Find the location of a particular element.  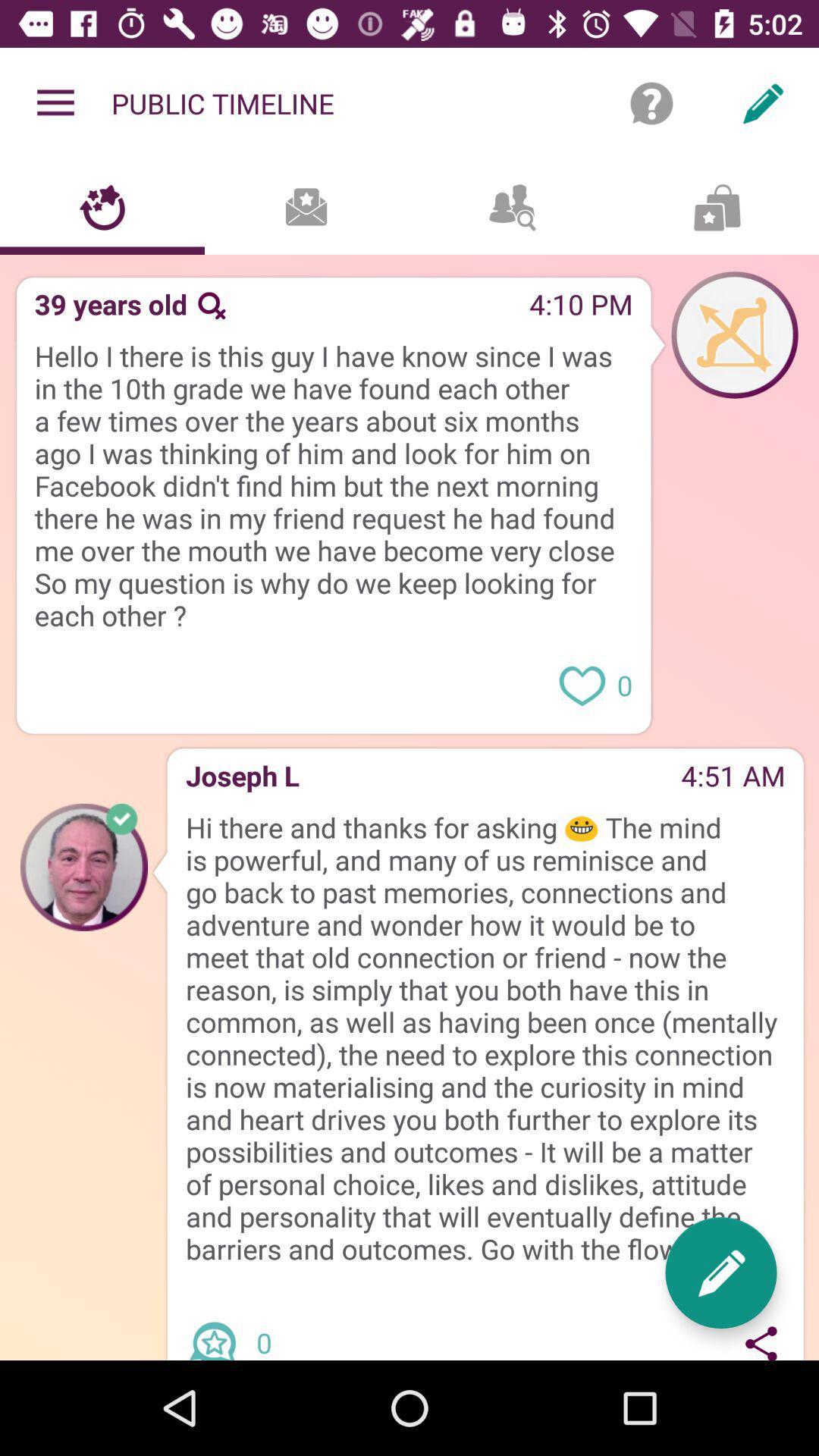

item to the right of the 0 item is located at coordinates (720, 1272).